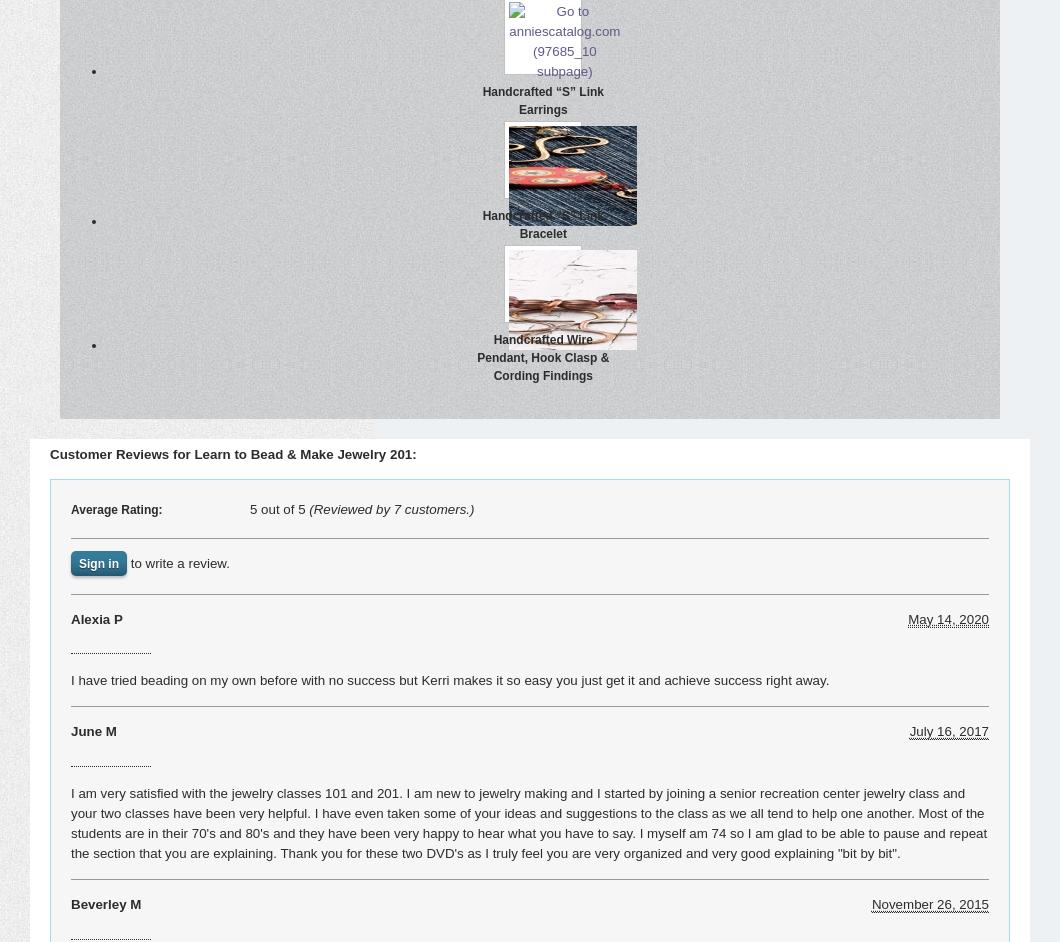  Describe the element at coordinates (396, 508) in the screenshot. I see `'7'` at that location.